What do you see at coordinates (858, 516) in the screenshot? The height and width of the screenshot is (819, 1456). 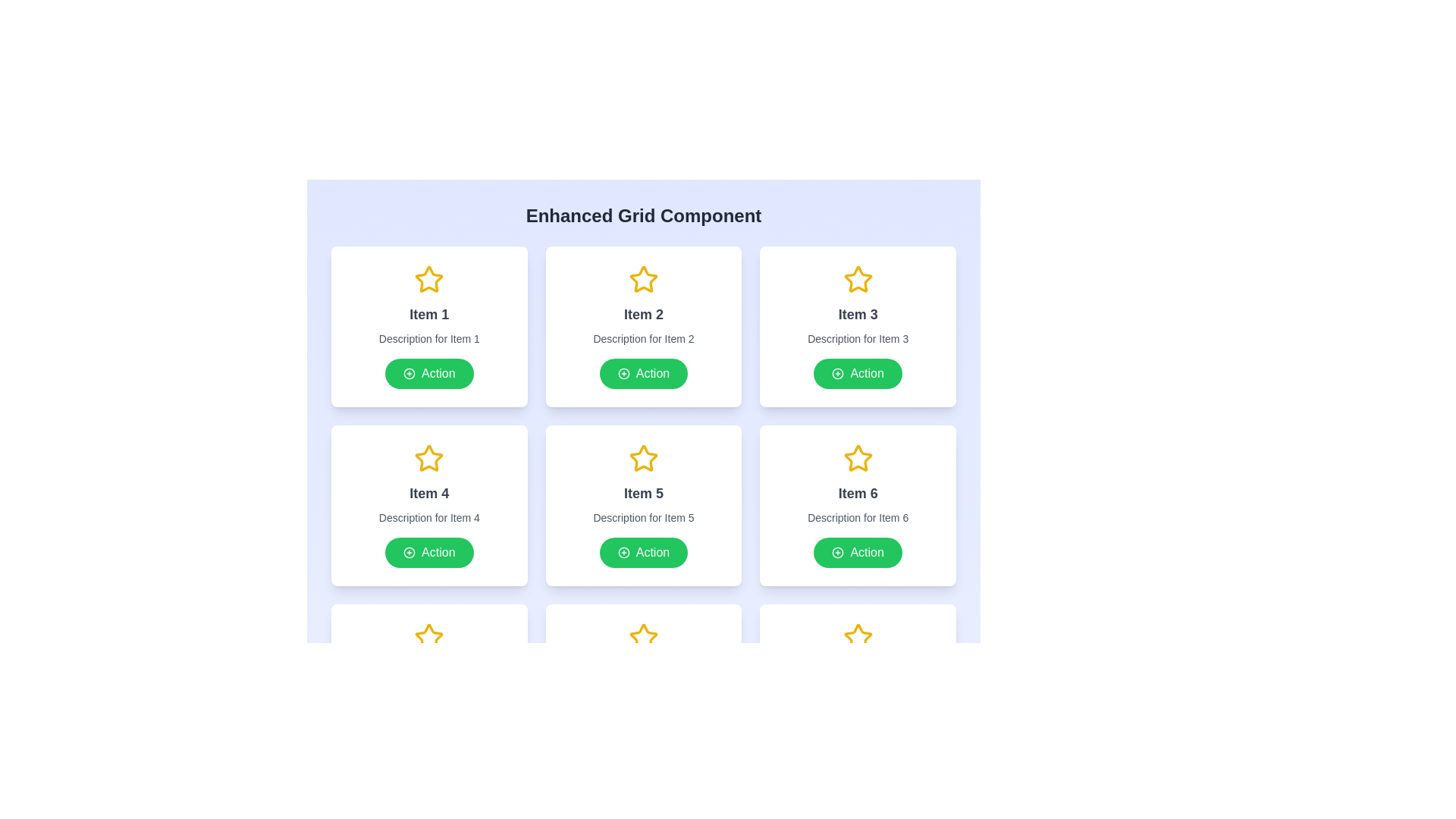 I see `the Text Label that provides a description related to 'Item 6' within its card layout, positioned below the title 'Item 6' and above the 'Action' button` at bounding box center [858, 516].